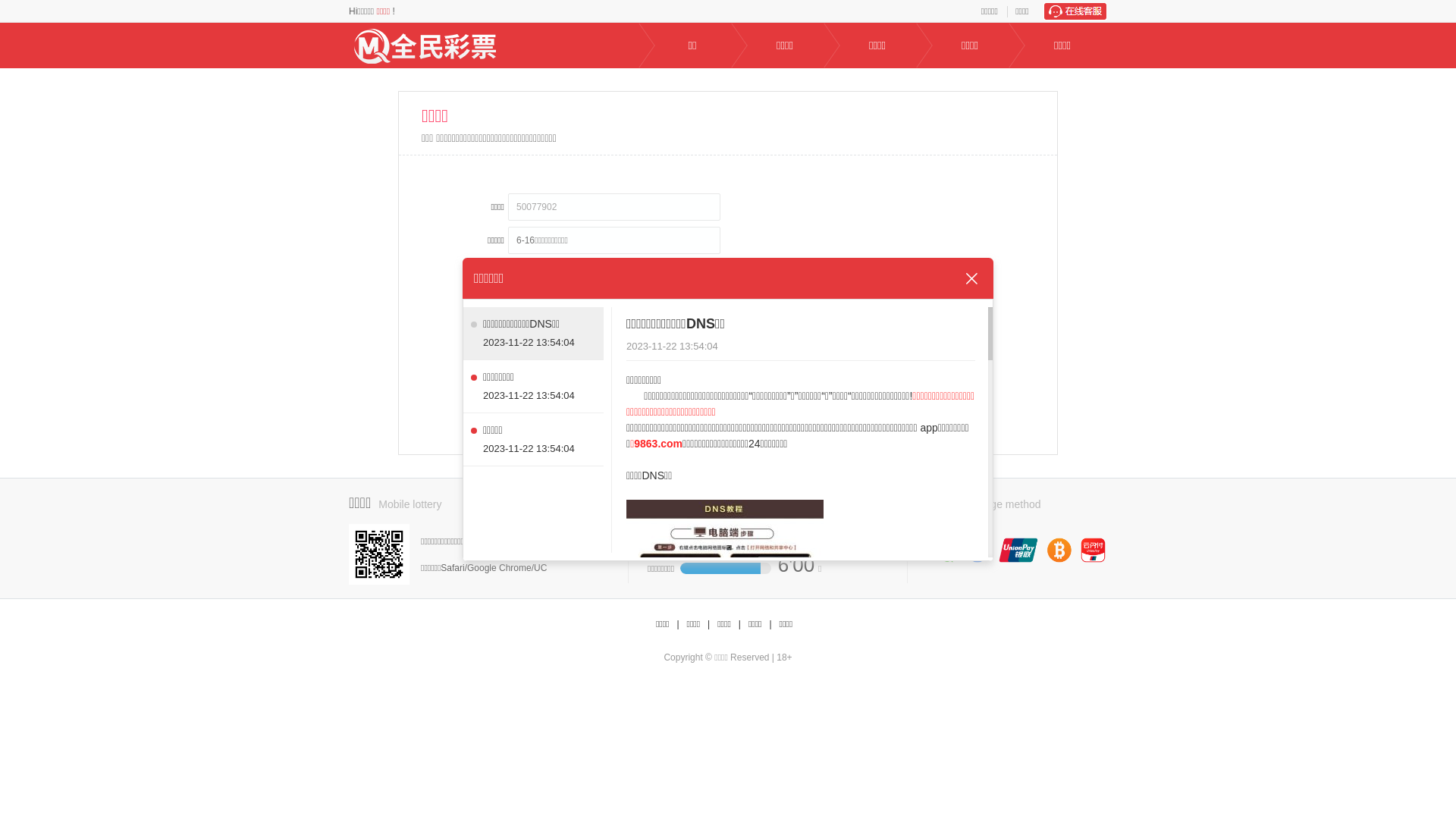  I want to click on '|', so click(676, 624).